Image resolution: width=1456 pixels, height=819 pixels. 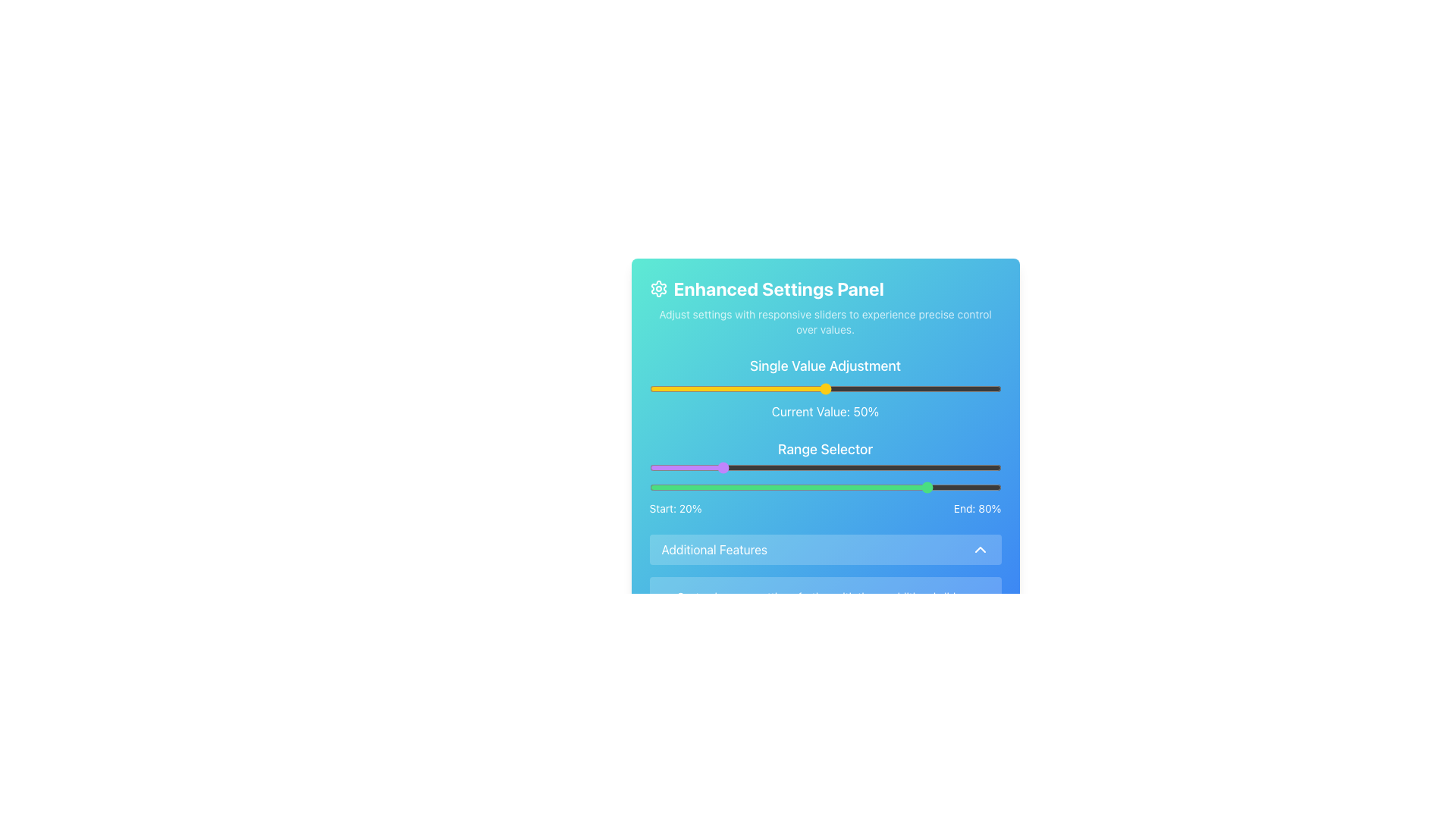 What do you see at coordinates (796, 467) in the screenshot?
I see `the range slider` at bounding box center [796, 467].